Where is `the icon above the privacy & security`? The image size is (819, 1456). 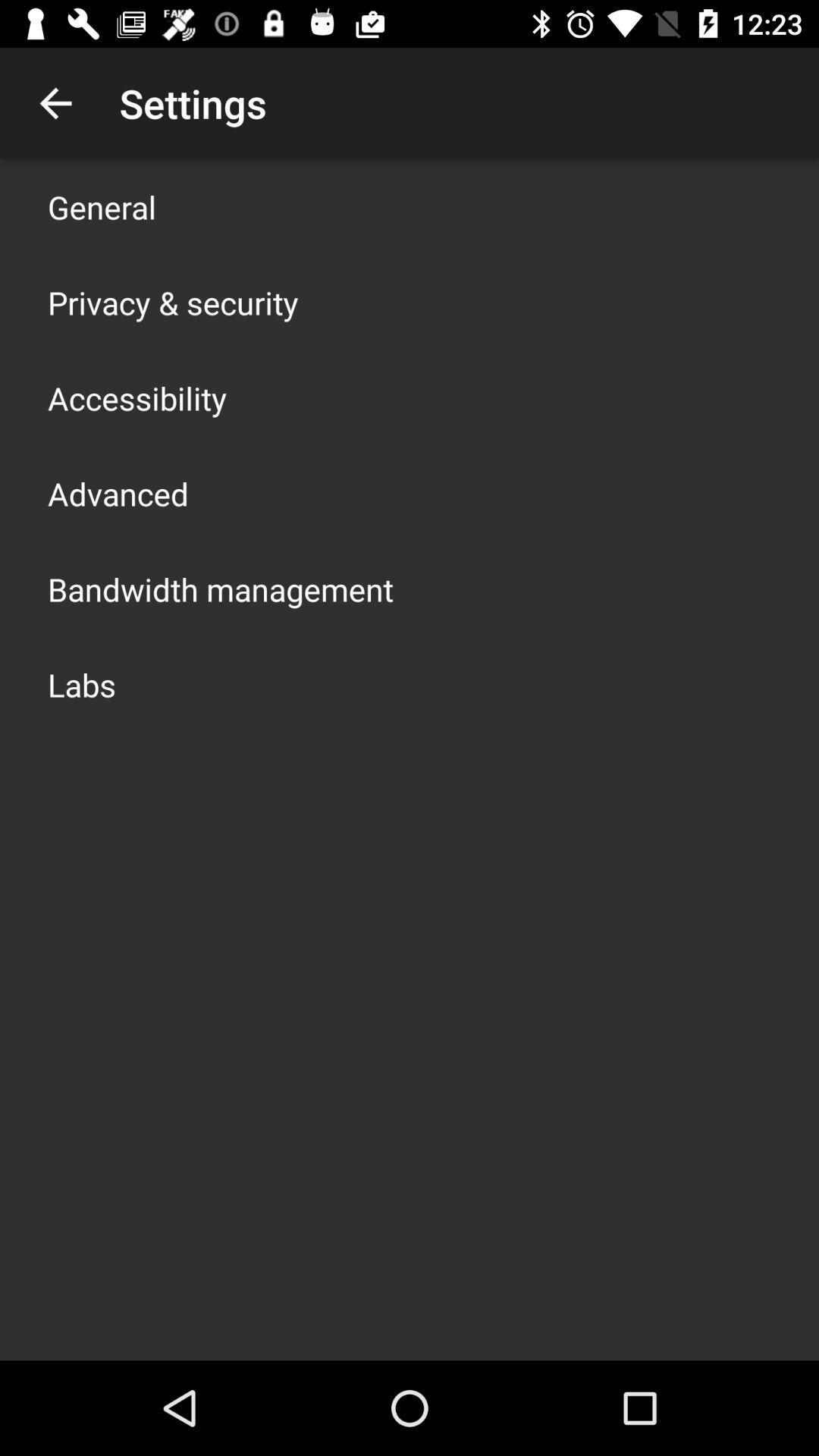
the icon above the privacy & security is located at coordinates (102, 206).